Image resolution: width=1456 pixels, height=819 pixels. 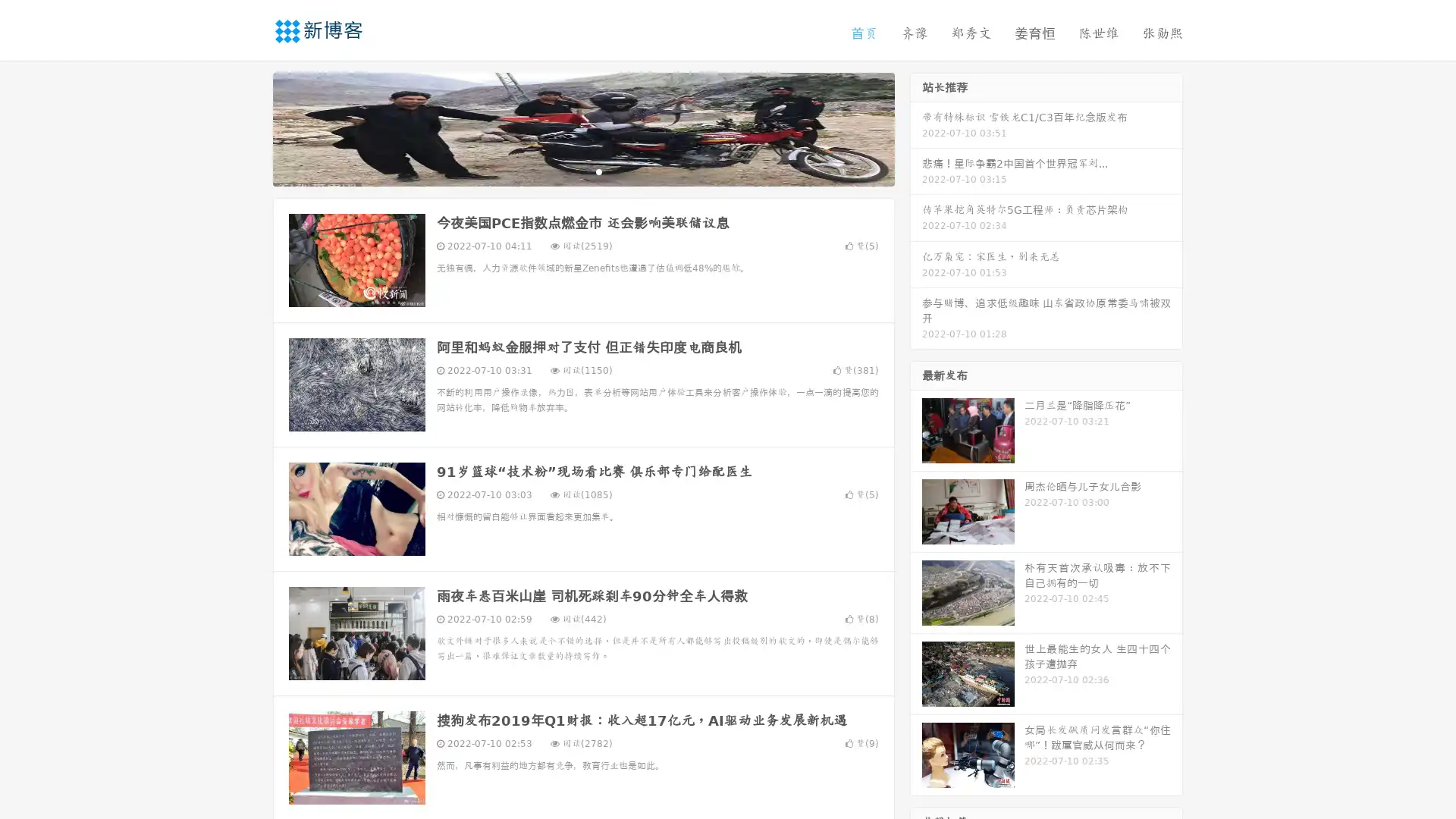 What do you see at coordinates (598, 171) in the screenshot?
I see `Go to slide 3` at bounding box center [598, 171].